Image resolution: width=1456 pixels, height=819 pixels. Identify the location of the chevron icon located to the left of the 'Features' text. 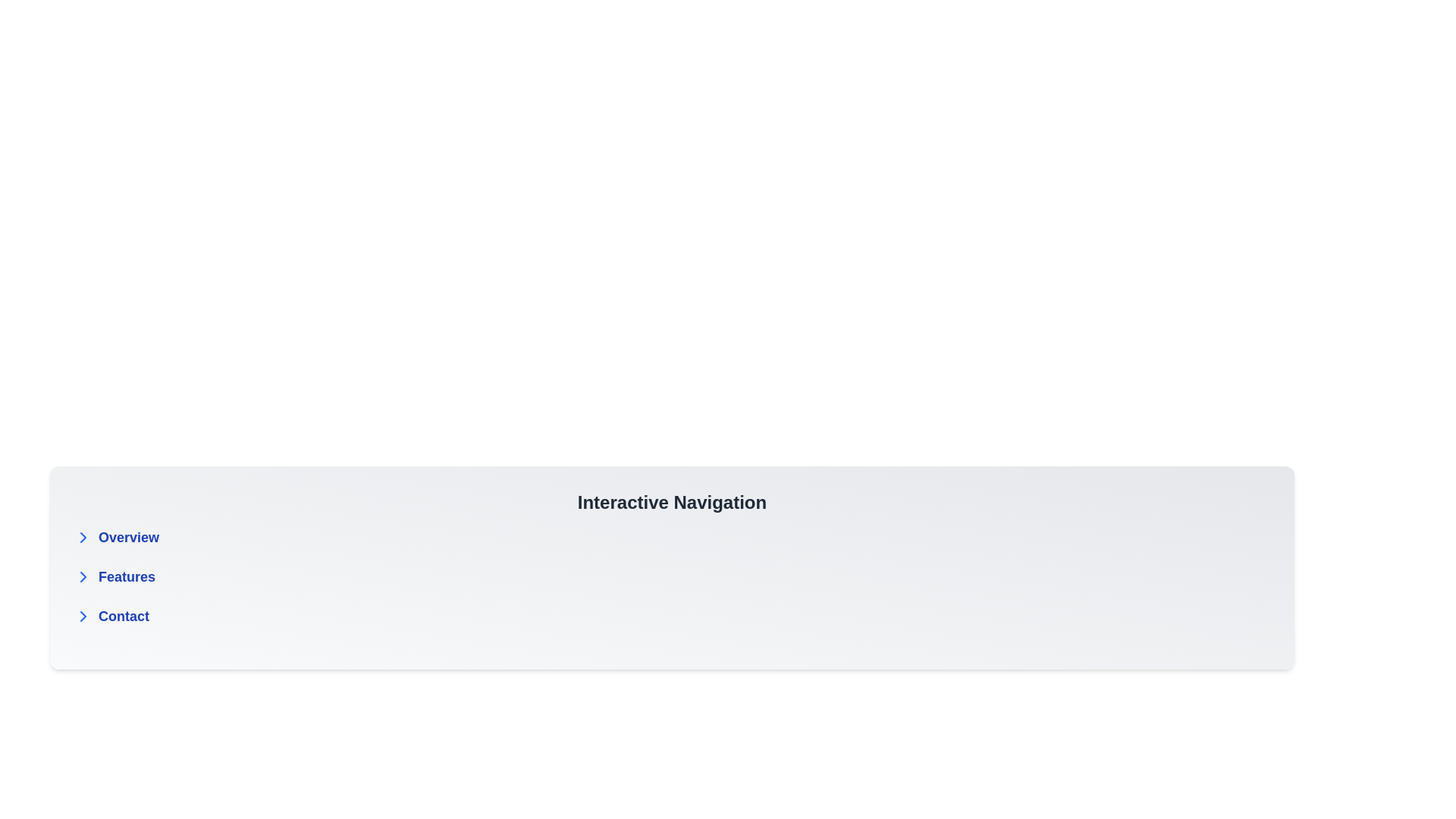
(83, 576).